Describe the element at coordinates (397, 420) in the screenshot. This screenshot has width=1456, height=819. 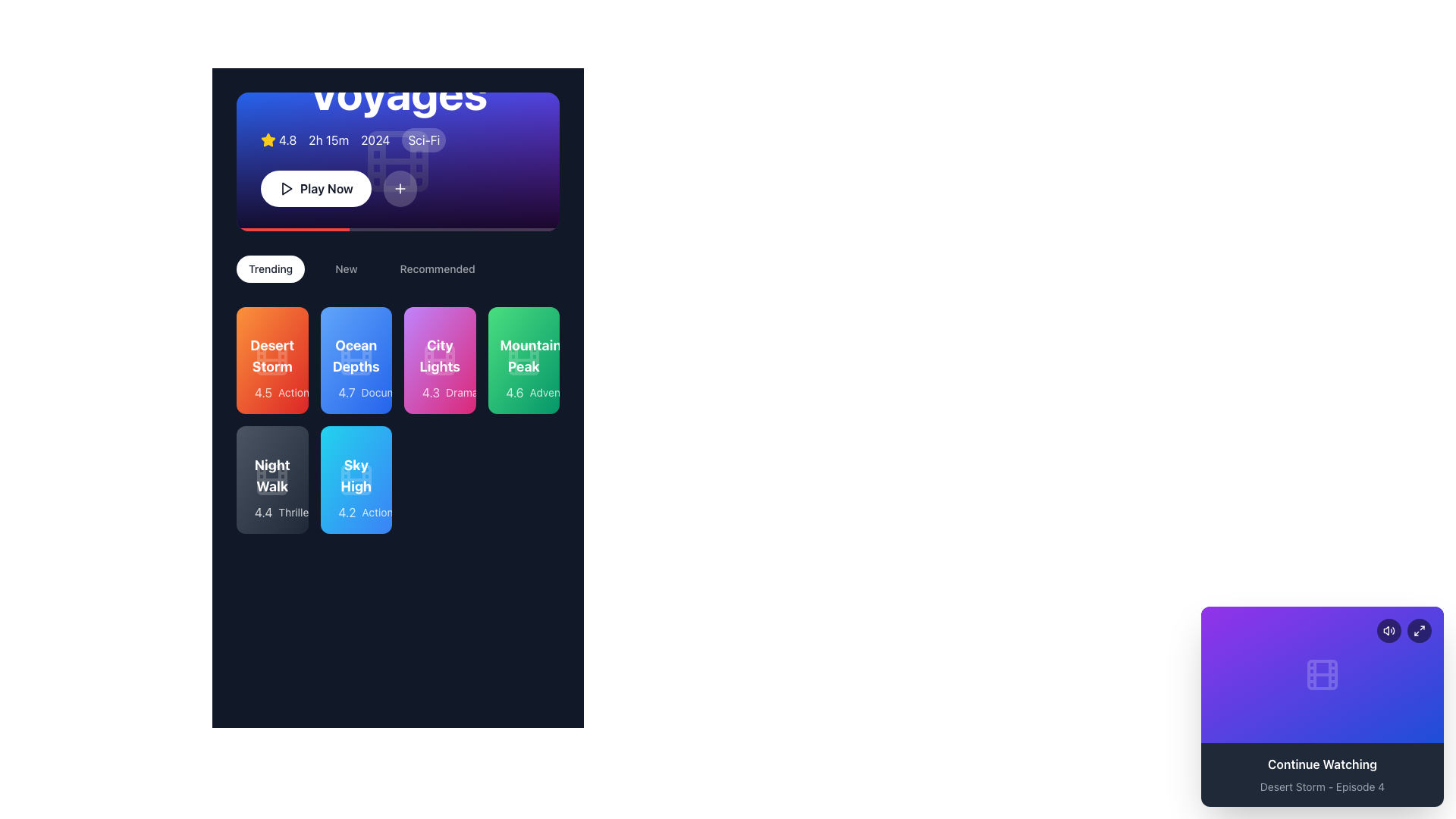
I see `a specific movie in the 'Trending' grid layout` at that location.